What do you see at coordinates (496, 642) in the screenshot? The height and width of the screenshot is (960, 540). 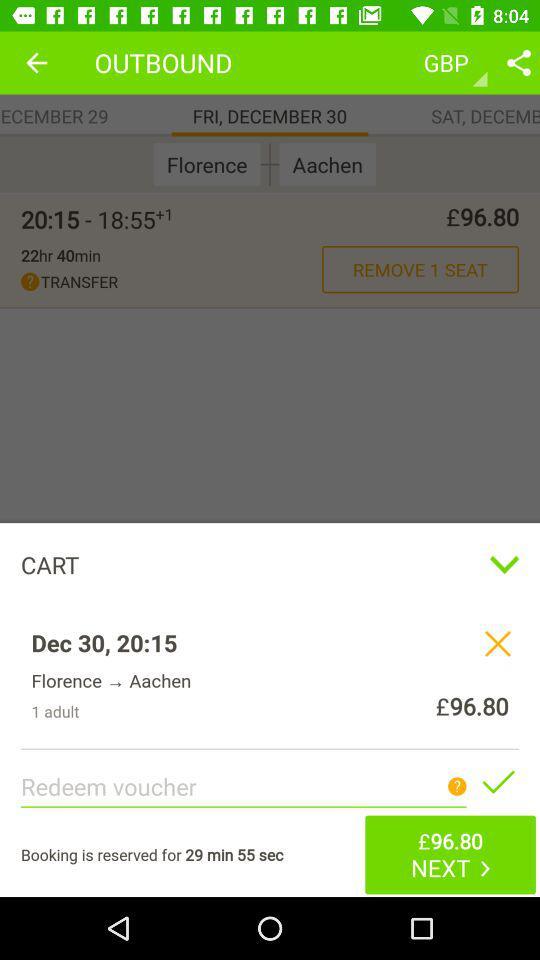 I see `cross mark` at bounding box center [496, 642].